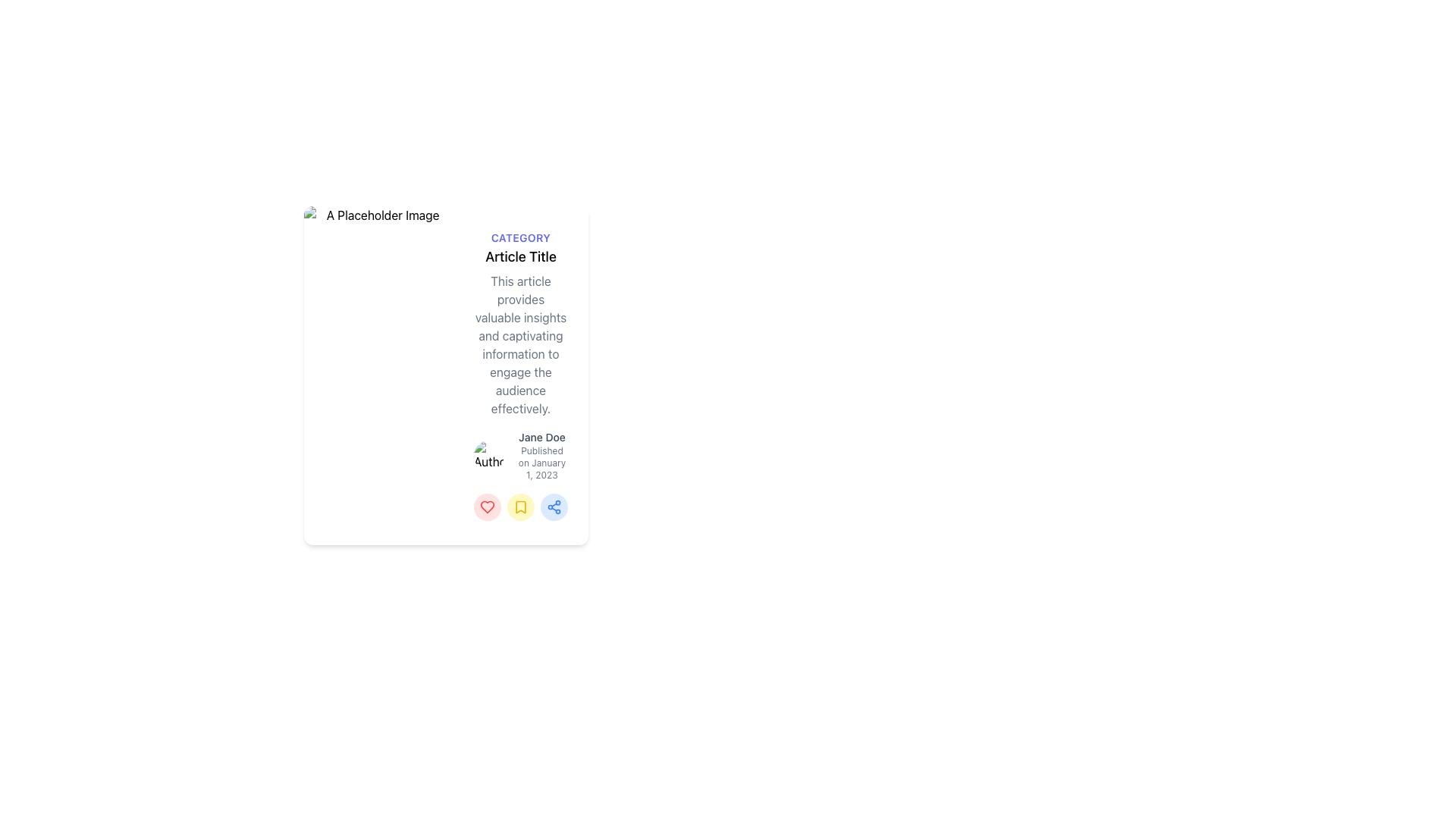  I want to click on the text link reading 'Article Title', so click(520, 256).